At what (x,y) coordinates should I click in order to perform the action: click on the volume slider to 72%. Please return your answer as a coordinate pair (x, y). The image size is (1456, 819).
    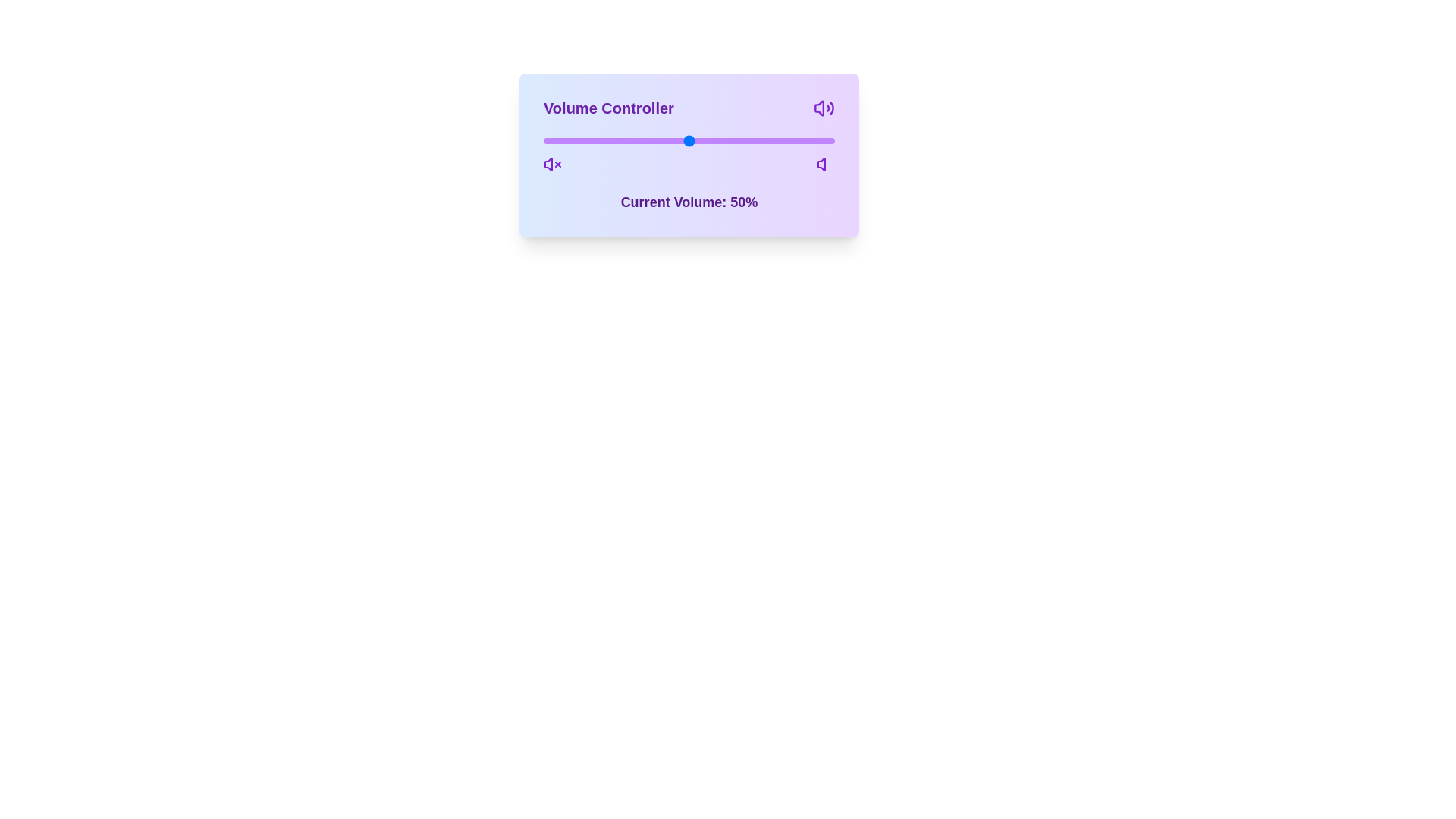
    Looking at the image, I should click on (753, 140).